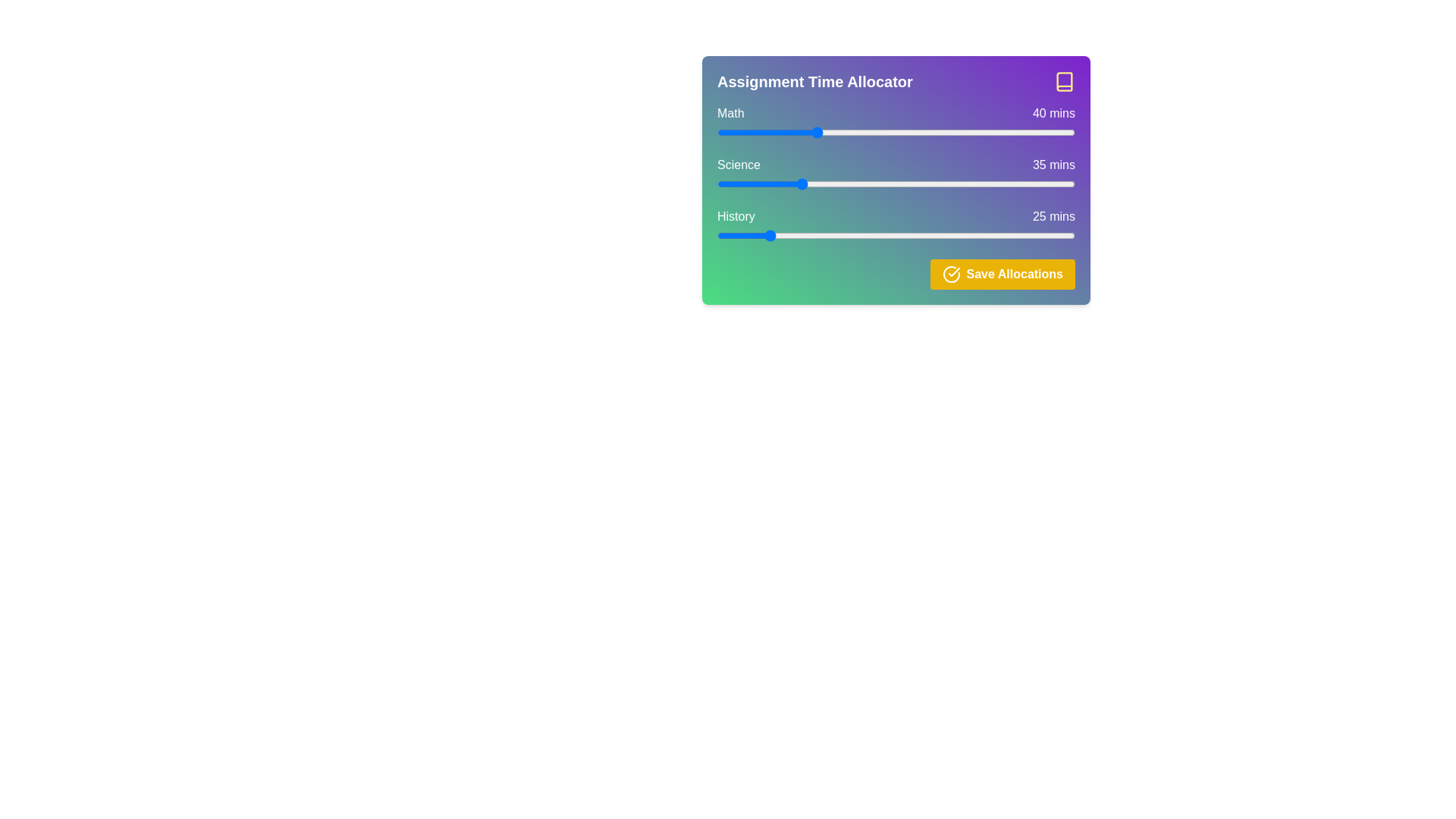  Describe the element at coordinates (811, 236) in the screenshot. I see `history time allocation` at that location.